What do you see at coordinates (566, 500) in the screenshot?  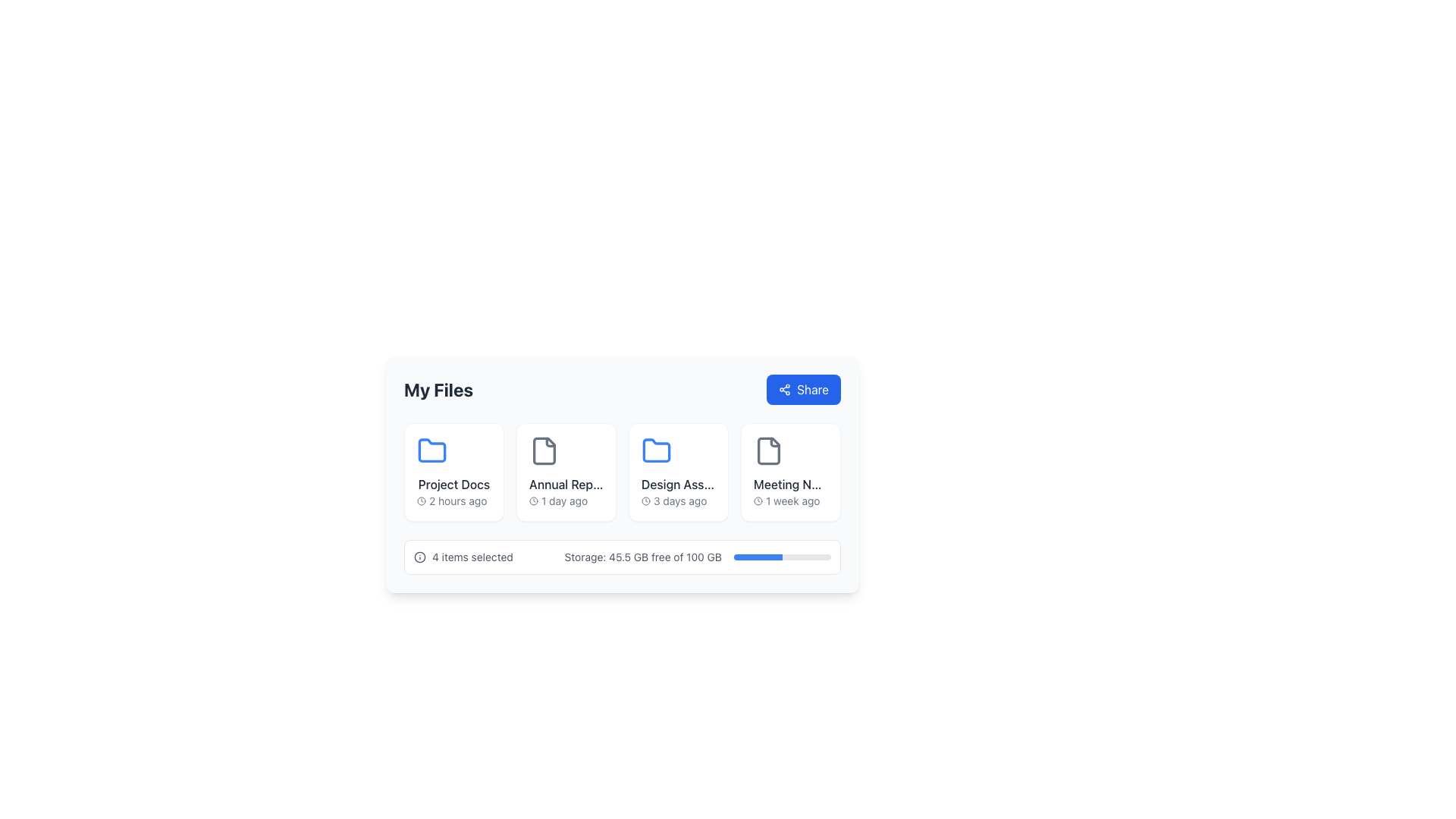 I see `displayed time indicator on the text label with a clock icon located in the bottom-right corner of the 'Annual Report.pdf' card, which is the second card from the left` at bounding box center [566, 500].